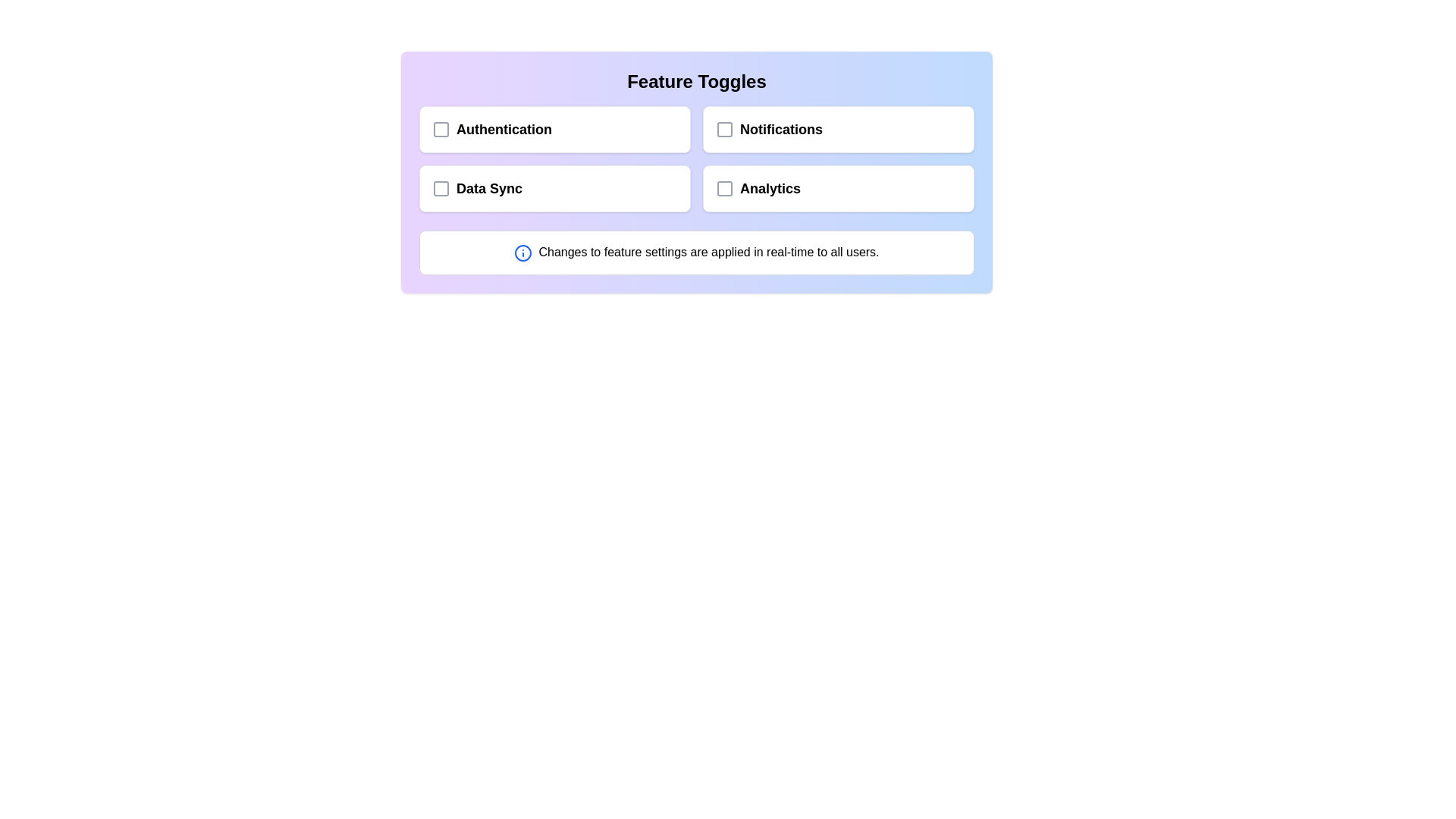 The image size is (1456, 819). What do you see at coordinates (723, 128) in the screenshot?
I see `the unselected checkbox located in the upper right section of the 'Notifications' button` at bounding box center [723, 128].